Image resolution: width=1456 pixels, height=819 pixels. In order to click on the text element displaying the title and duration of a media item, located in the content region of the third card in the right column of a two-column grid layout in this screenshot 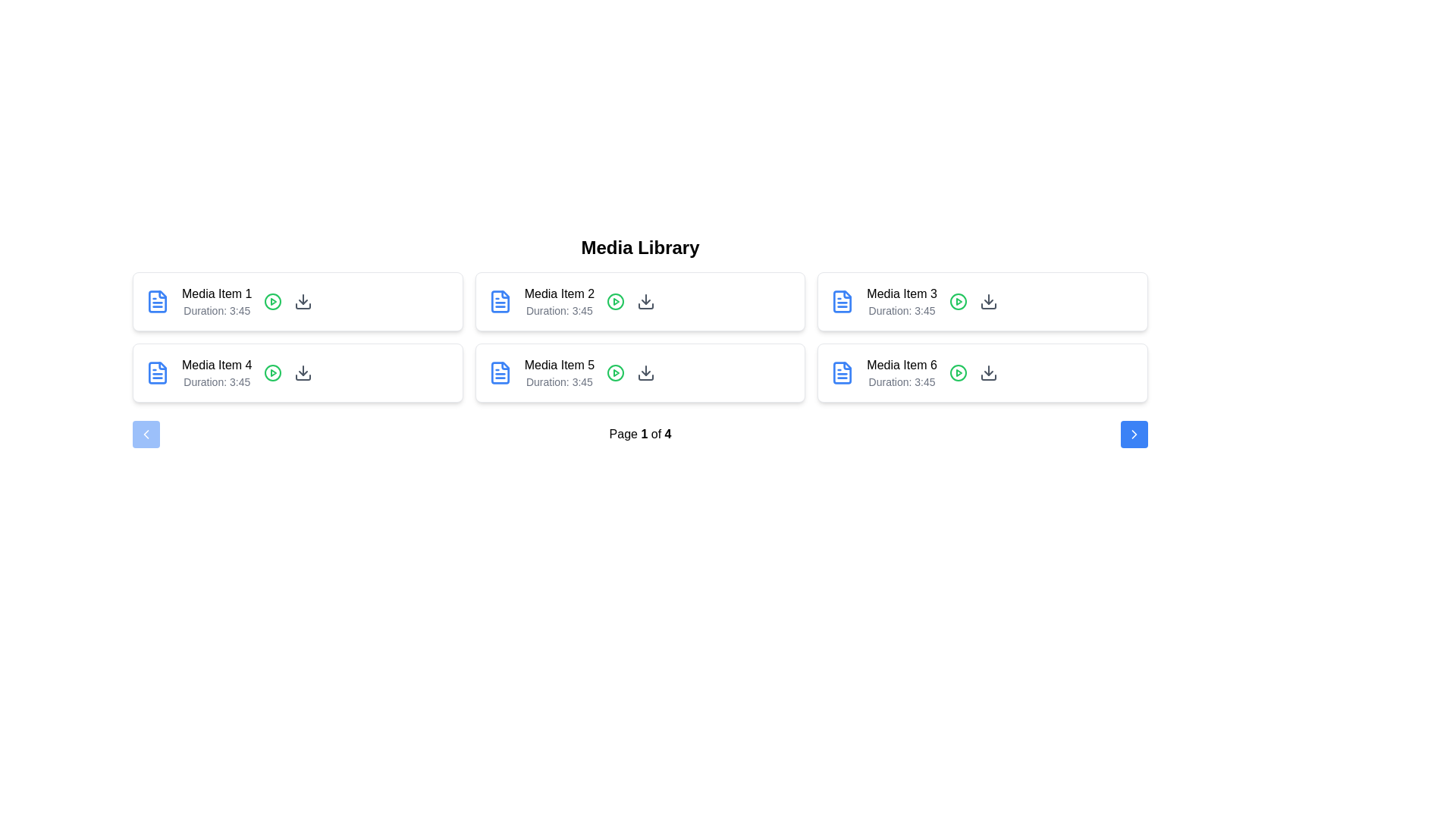, I will do `click(902, 301)`.